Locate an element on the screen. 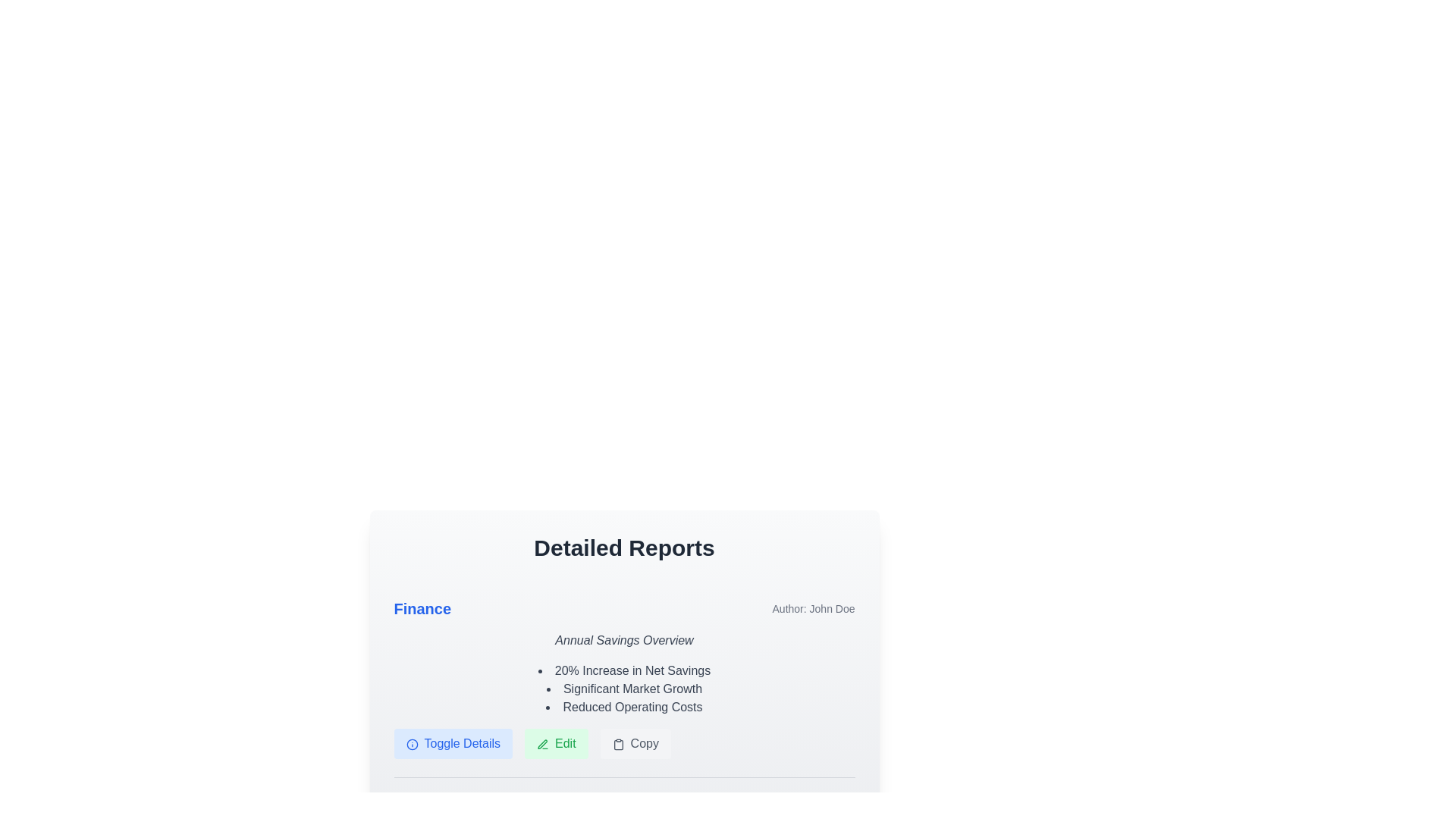  the bulleted list containing items: '20% Increase in Net Savings', 'Significant Market Growth', and 'Reduced Operating Costs', located beneath the 'Annual Savings Overview' subheading is located at coordinates (624, 689).